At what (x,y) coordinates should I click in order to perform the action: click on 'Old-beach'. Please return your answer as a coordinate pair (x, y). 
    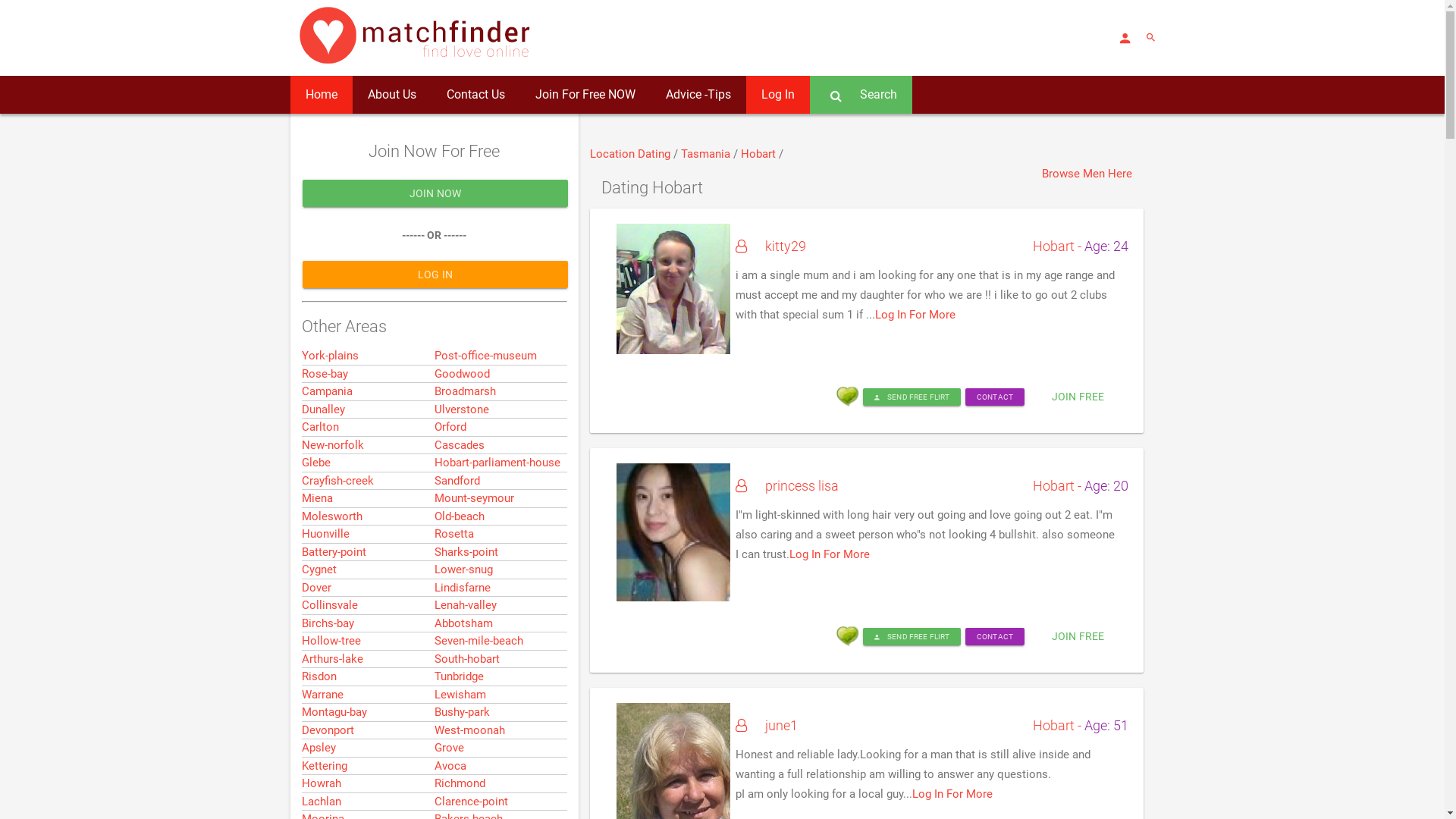
    Looking at the image, I should click on (457, 516).